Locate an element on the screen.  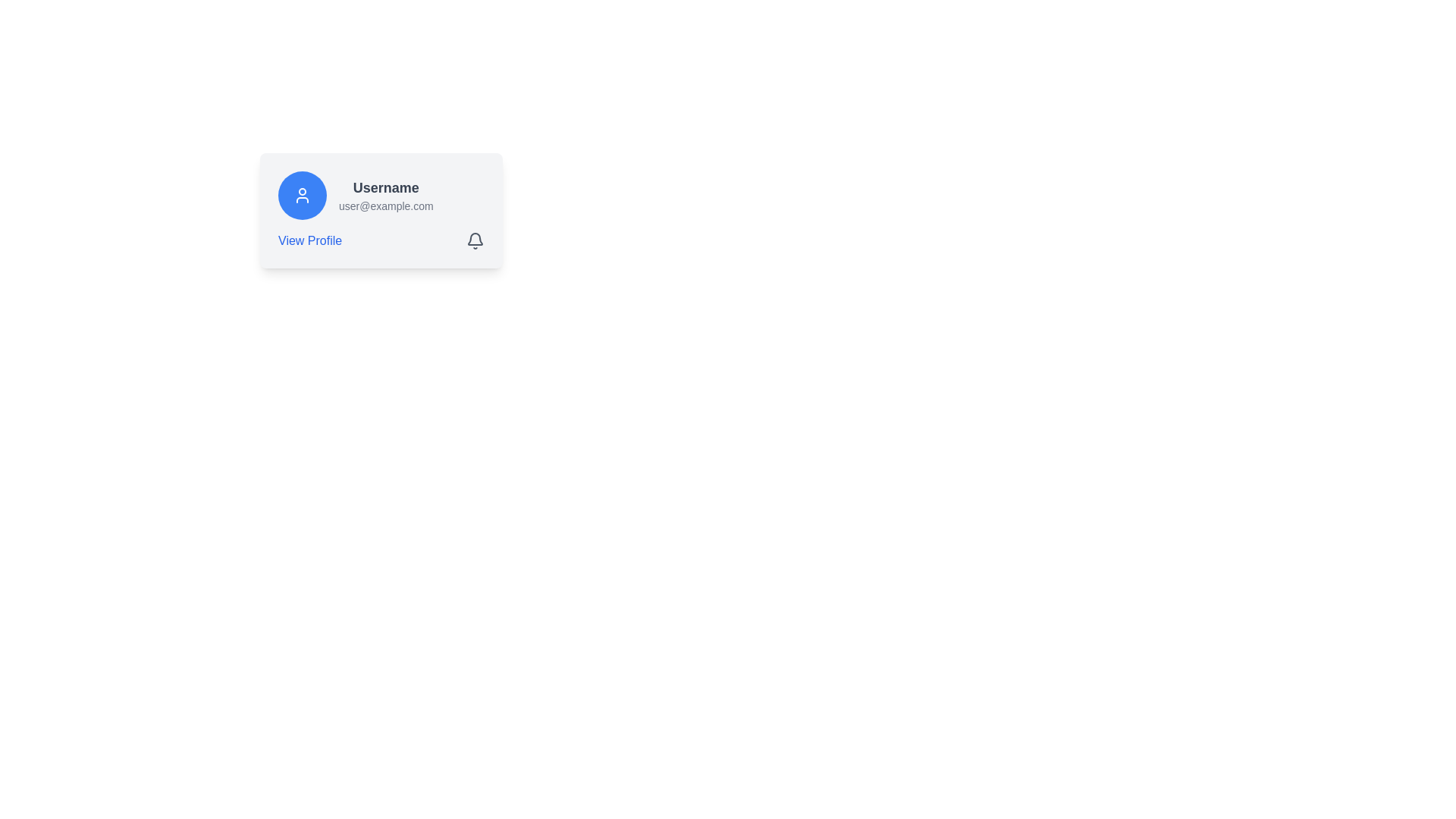
the email address text 'user@example.com' displayed in gray color, which is located below the 'Username' text within a card-like structure is located at coordinates (386, 206).